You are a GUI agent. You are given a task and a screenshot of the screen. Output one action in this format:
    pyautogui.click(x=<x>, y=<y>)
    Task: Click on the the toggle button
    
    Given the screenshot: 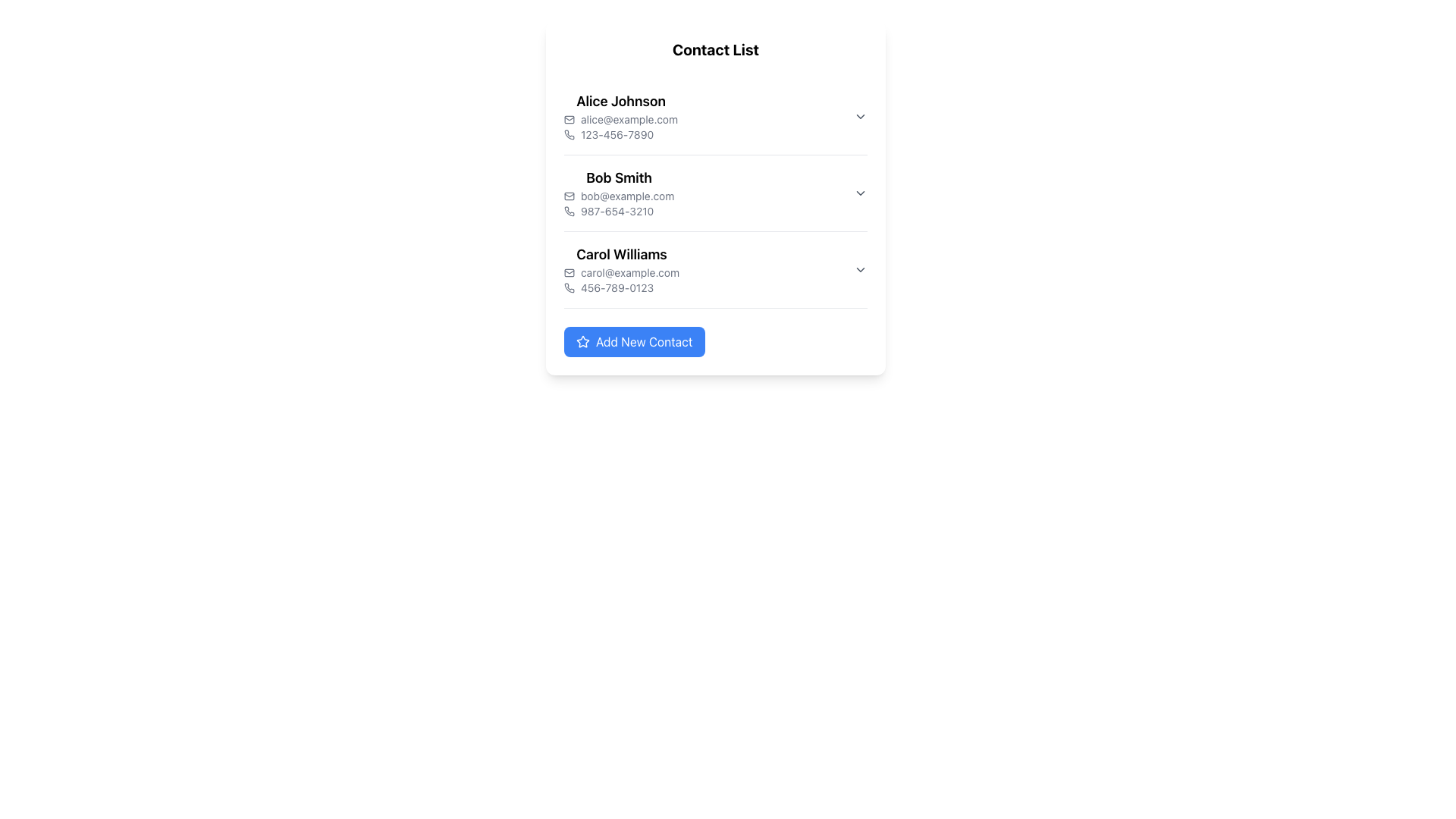 What is the action you would take?
    pyautogui.click(x=860, y=268)
    